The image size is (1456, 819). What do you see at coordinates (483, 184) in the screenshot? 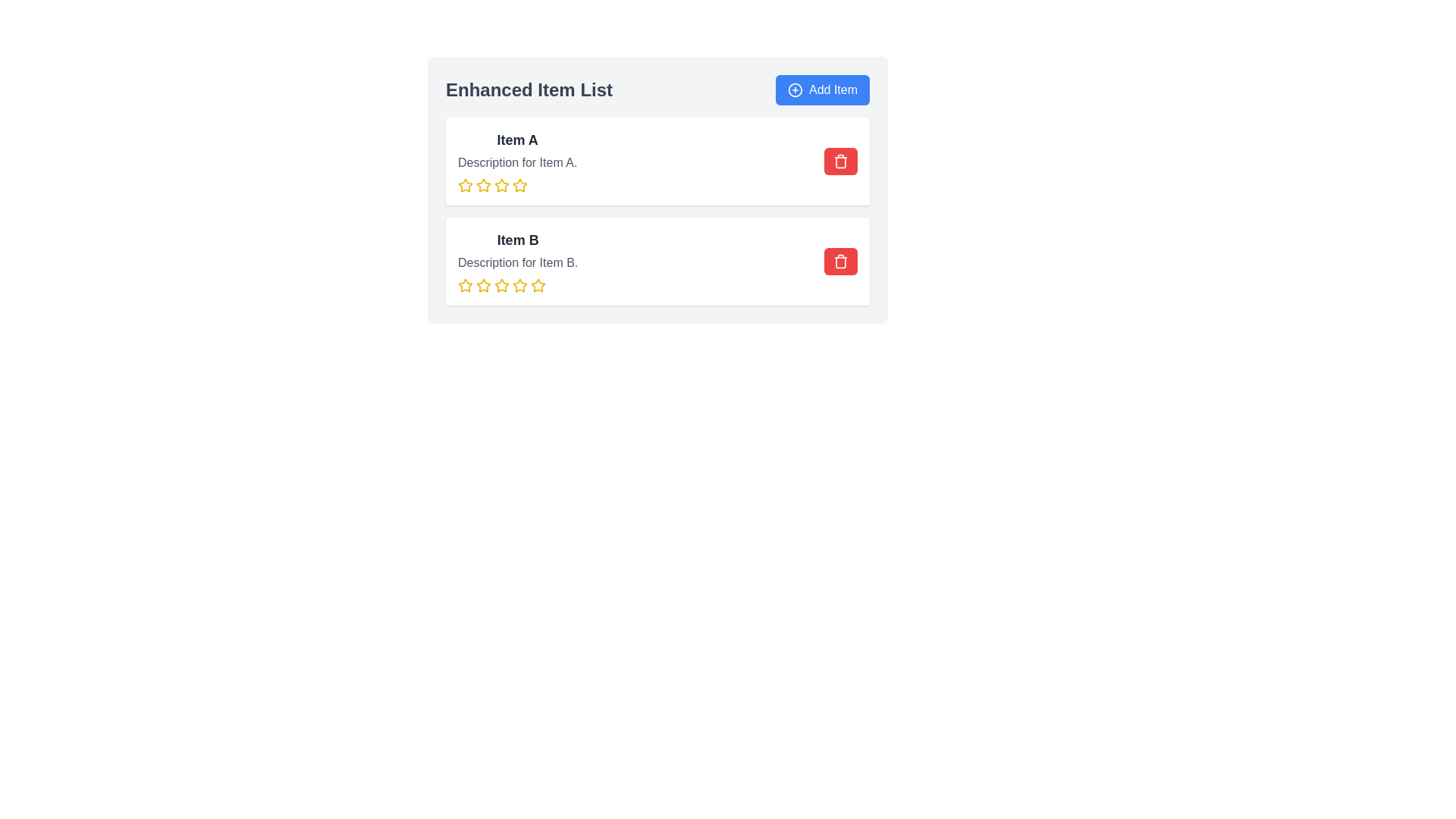
I see `the second yellow star icon in the rating section of 'Item A'` at bounding box center [483, 184].